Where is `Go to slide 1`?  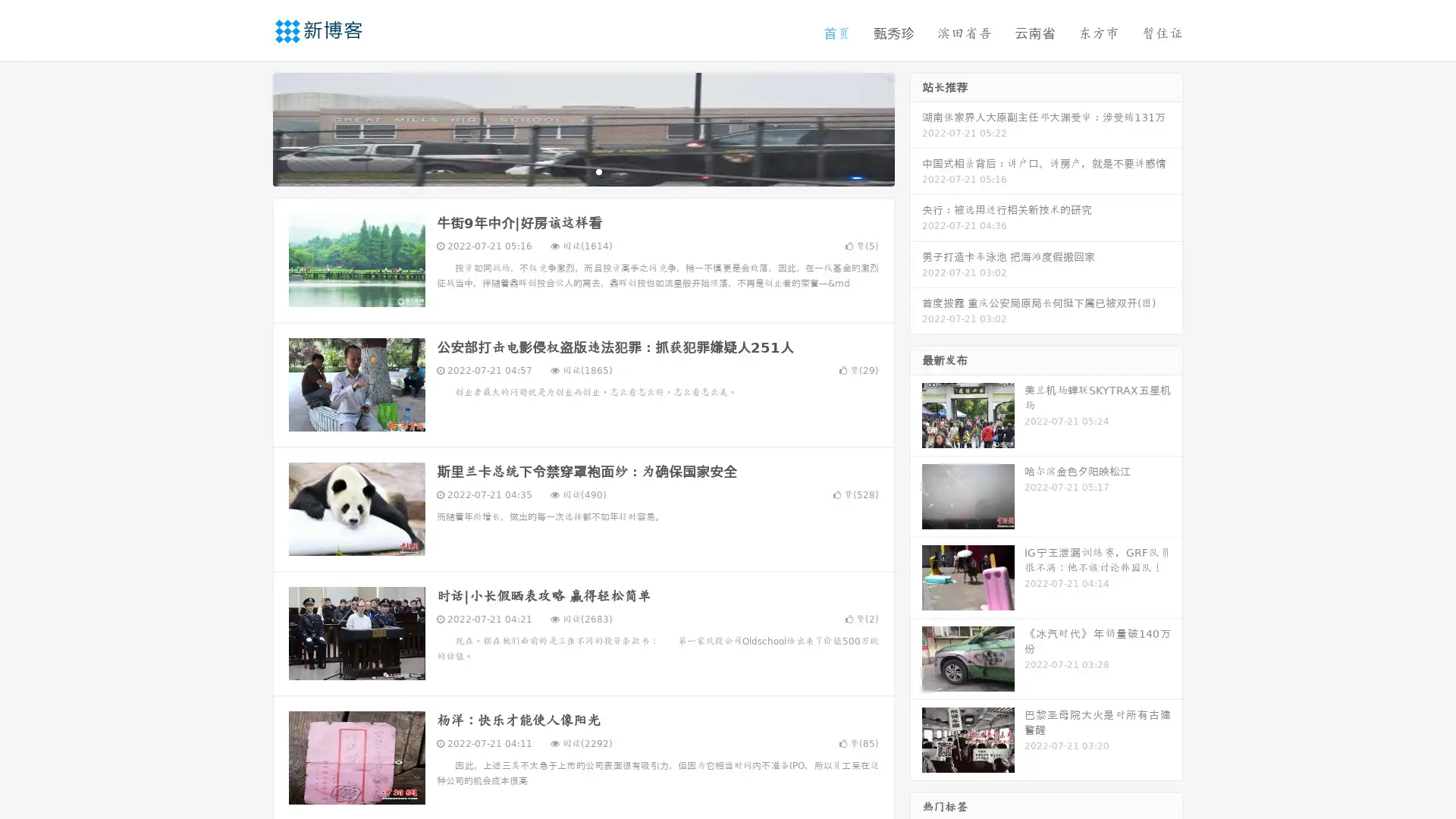
Go to slide 1 is located at coordinates (567, 171).